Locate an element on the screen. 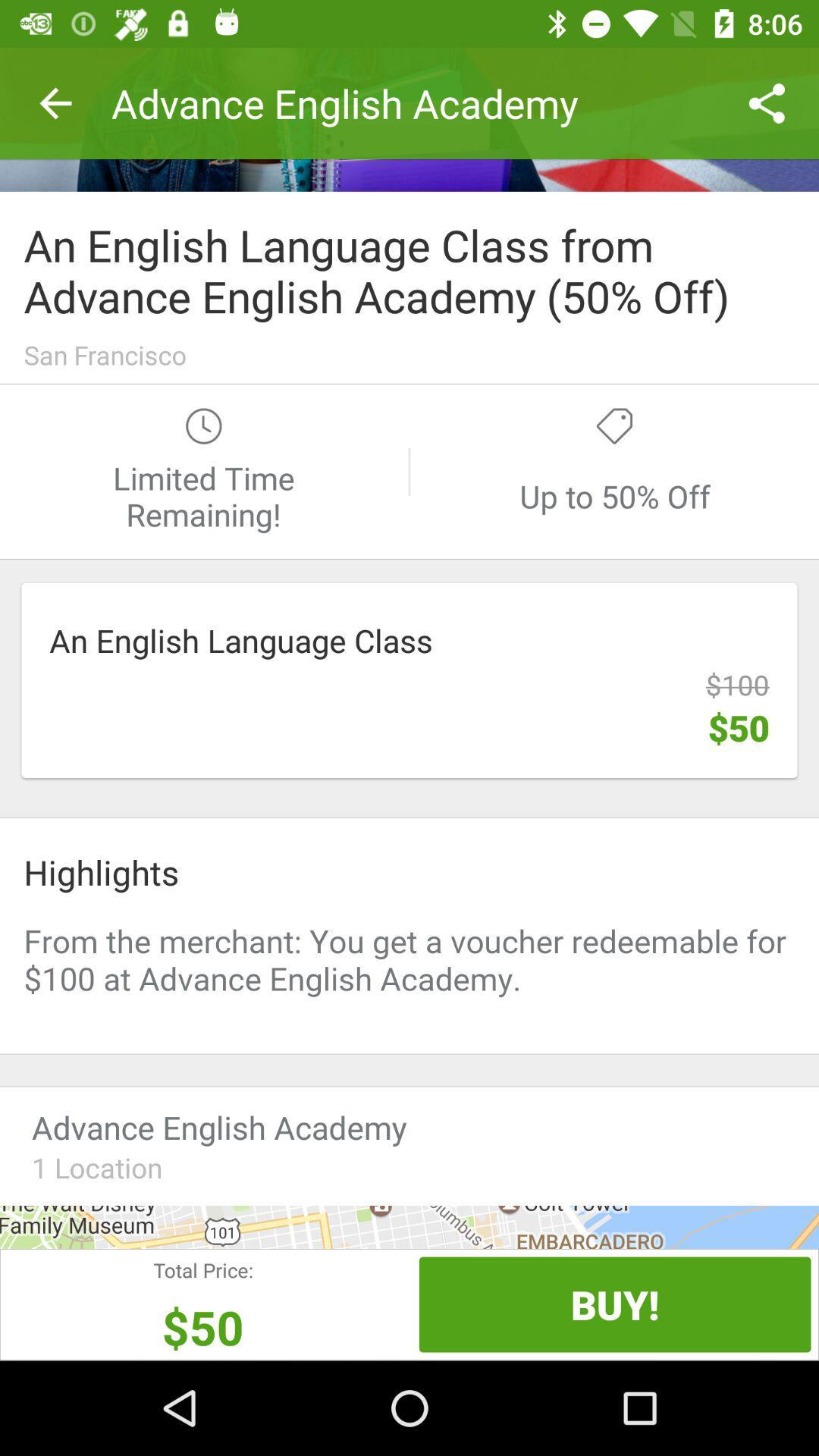 The width and height of the screenshot is (819, 1456). advance english academy go back and shear is located at coordinates (409, 118).